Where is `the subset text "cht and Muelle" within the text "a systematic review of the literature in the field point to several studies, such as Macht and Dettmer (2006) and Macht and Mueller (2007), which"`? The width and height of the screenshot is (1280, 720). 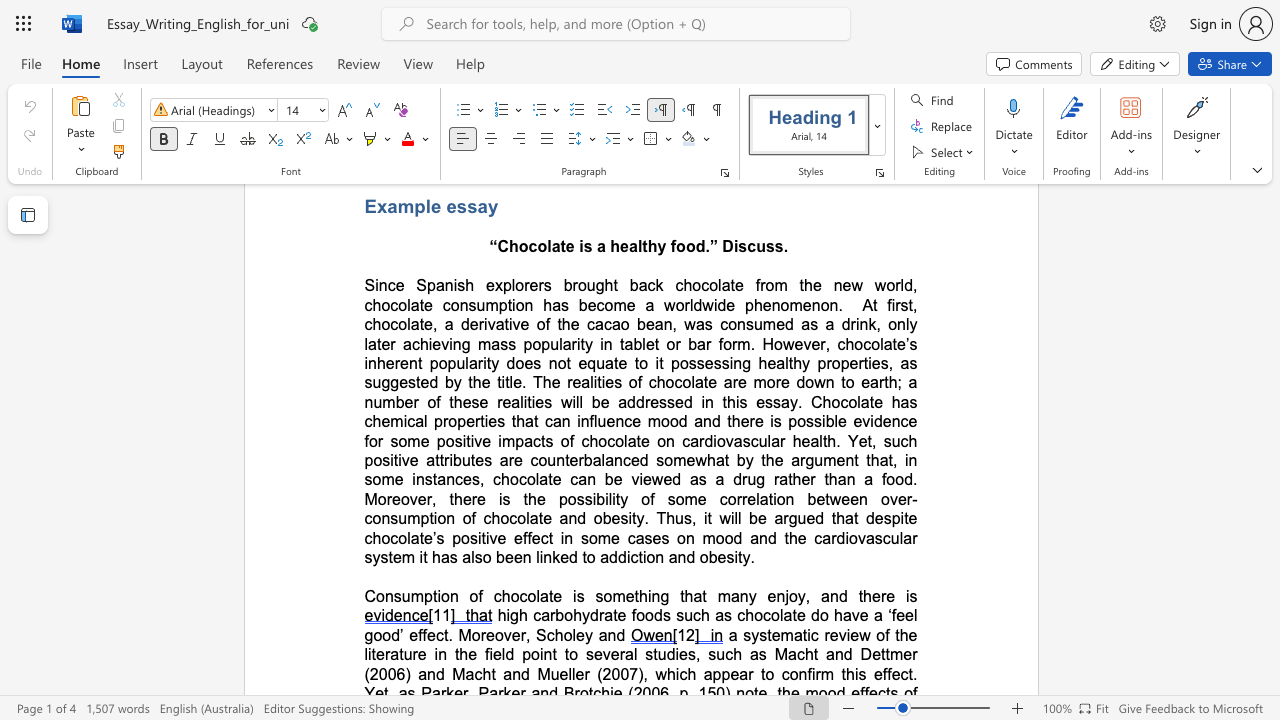 the subset text "cht and Muelle" within the text "a systematic review of the literature in the field point to several studies, such as Macht and Dettmer (2006) and Macht and Mueller (2007), which" is located at coordinates (473, 674).